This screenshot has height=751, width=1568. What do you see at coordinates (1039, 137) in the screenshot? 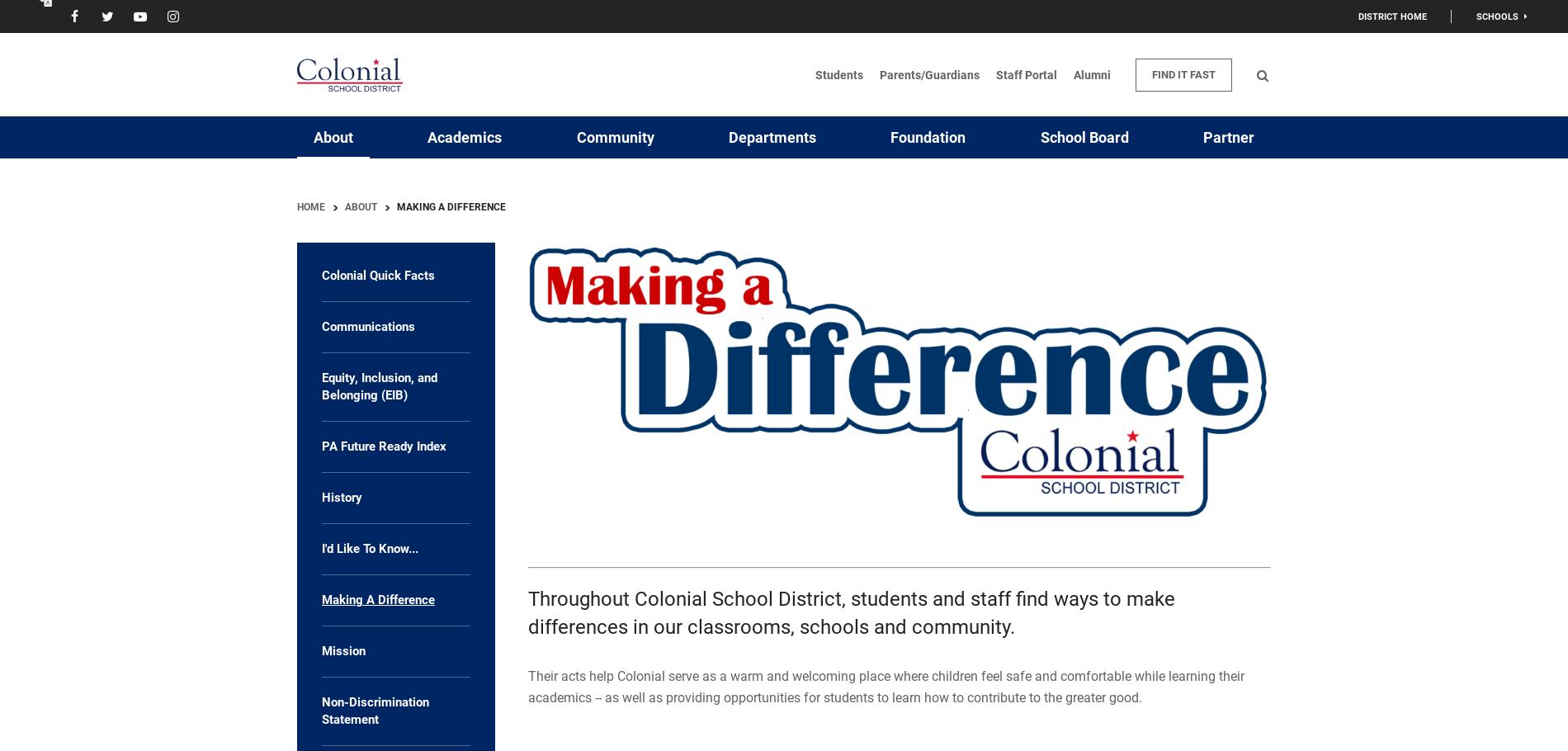
I see `'School Board'` at bounding box center [1039, 137].